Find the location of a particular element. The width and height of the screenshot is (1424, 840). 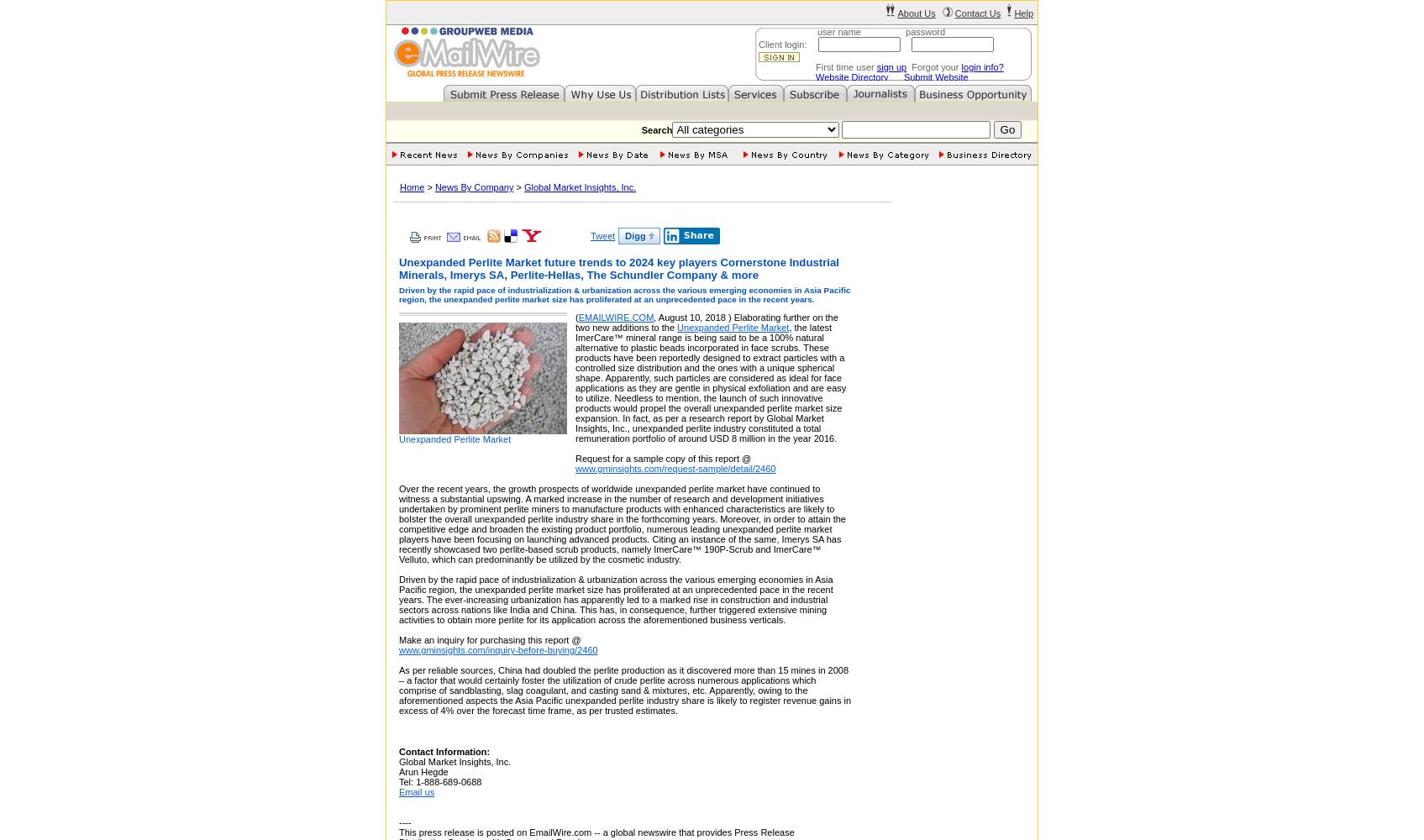

'Email us' is located at coordinates (397, 791).